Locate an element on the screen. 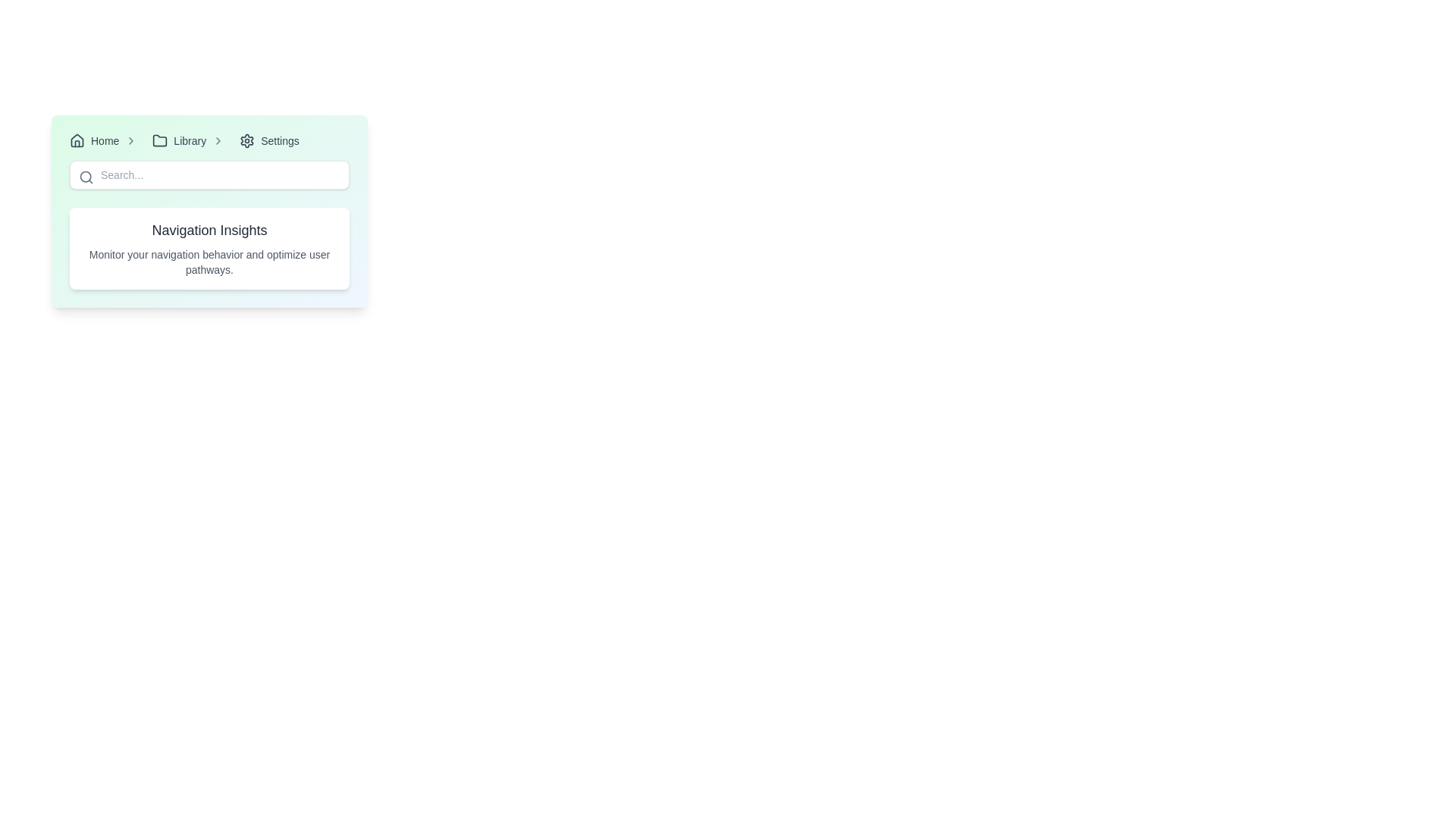  the 'Settings' text label, which is displayed in a small font size with medium weight, located in the top section of the user interface, adjacent to a gear icon is located at coordinates (280, 140).